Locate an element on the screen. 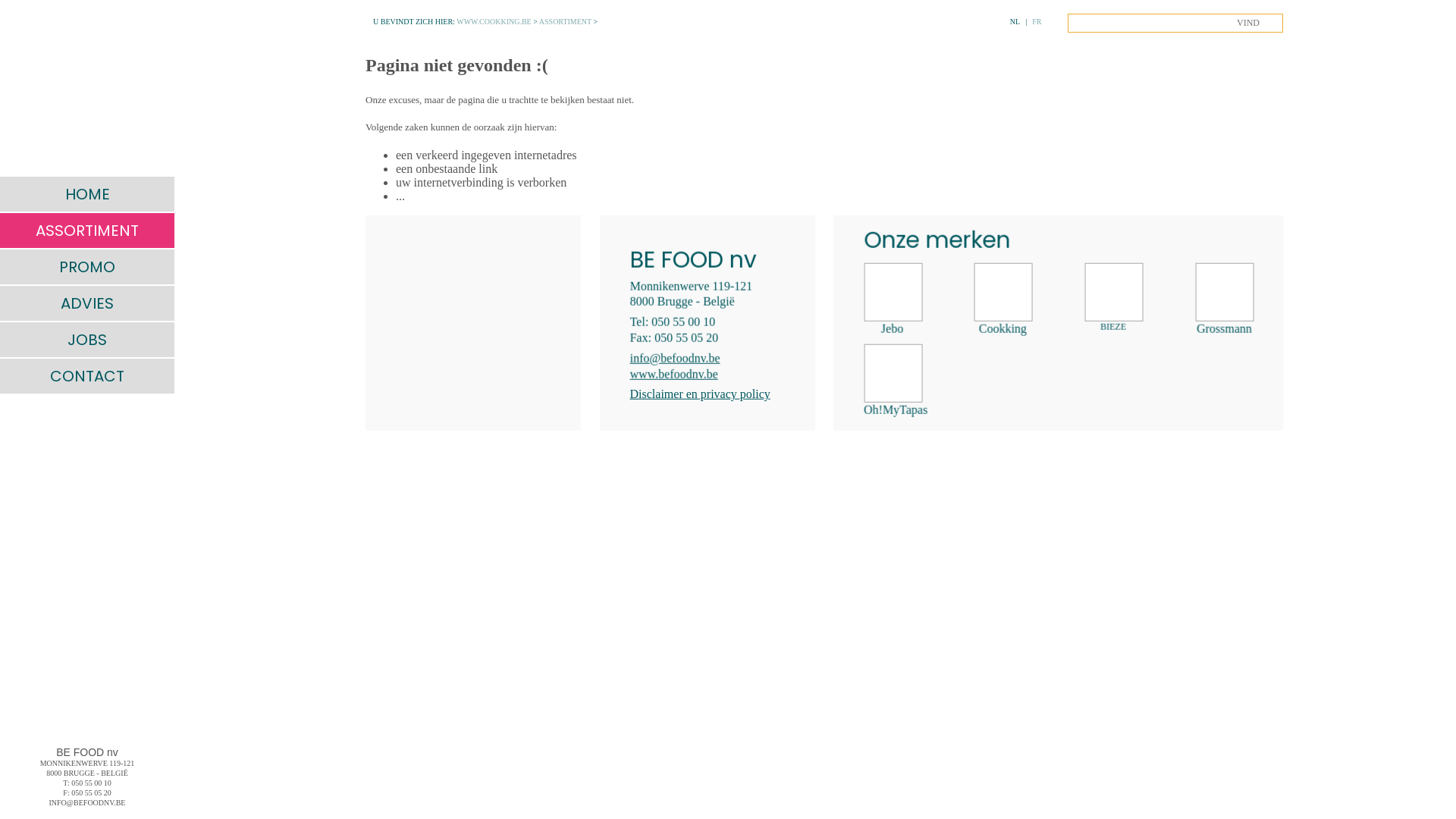 Image resolution: width=1456 pixels, height=819 pixels. 'ADVIES' is located at coordinates (0, 303).